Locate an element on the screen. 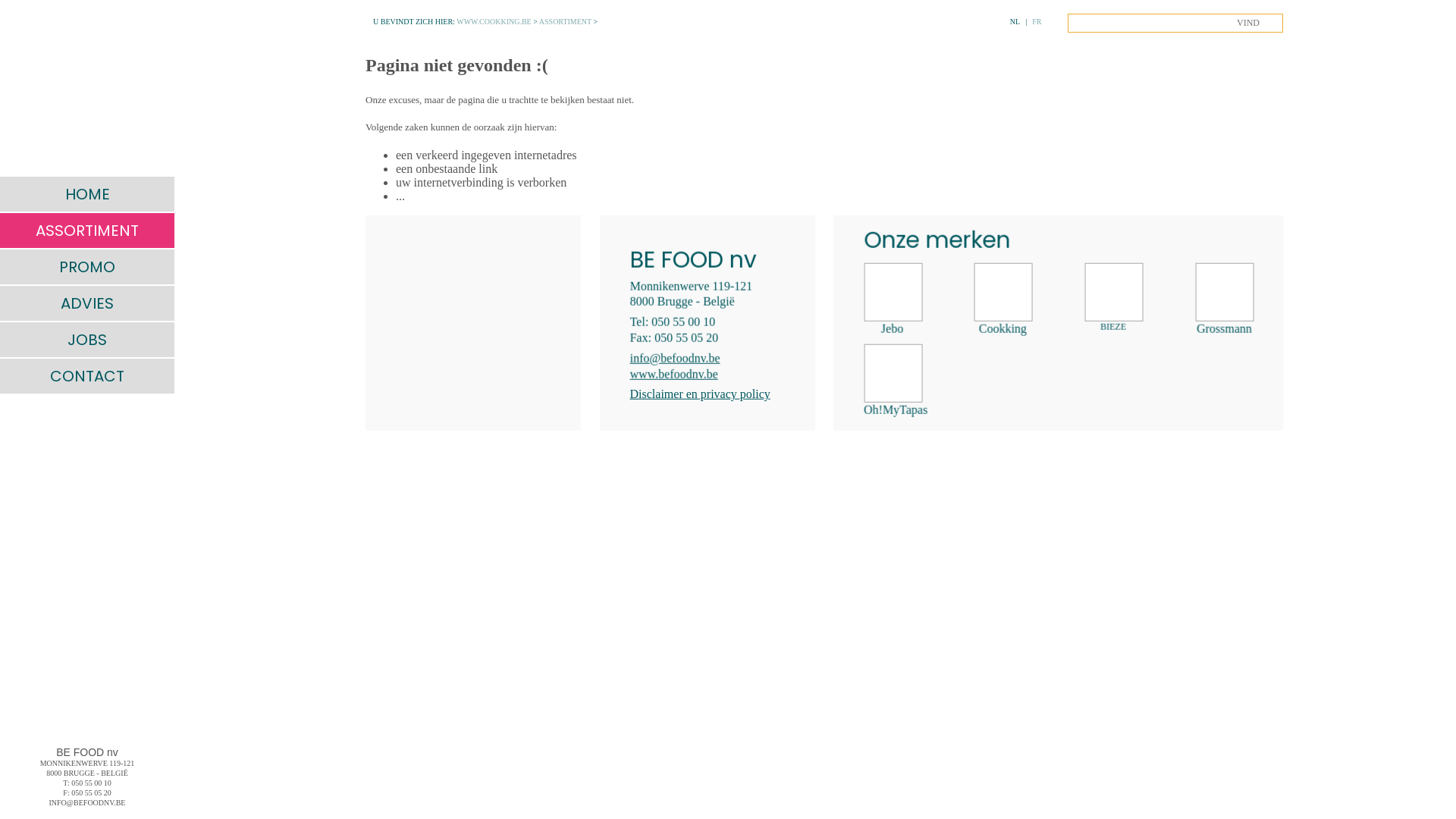 Image resolution: width=1456 pixels, height=819 pixels. 'ADVIES' is located at coordinates (0, 303).